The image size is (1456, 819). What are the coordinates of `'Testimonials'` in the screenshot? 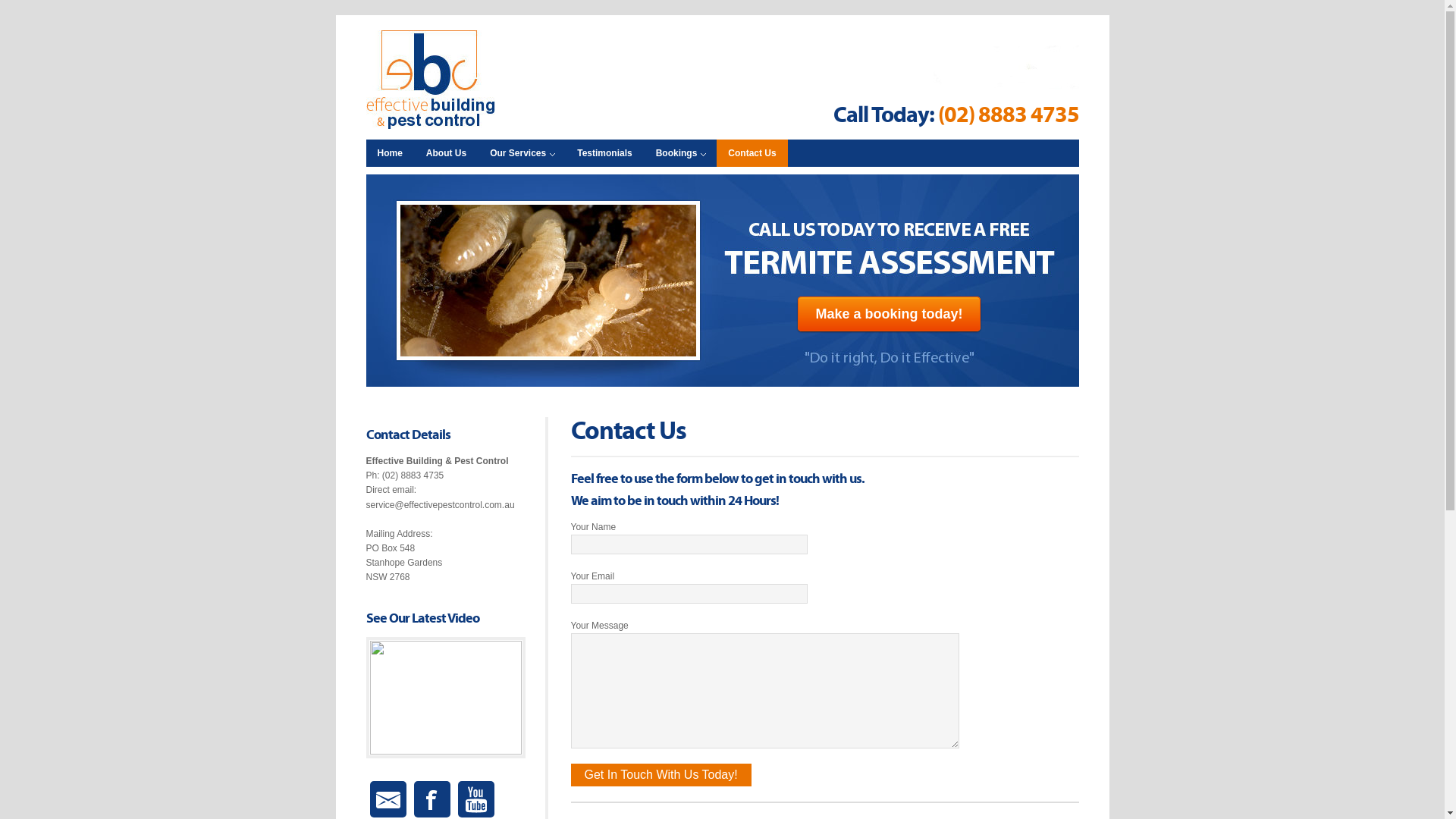 It's located at (603, 152).